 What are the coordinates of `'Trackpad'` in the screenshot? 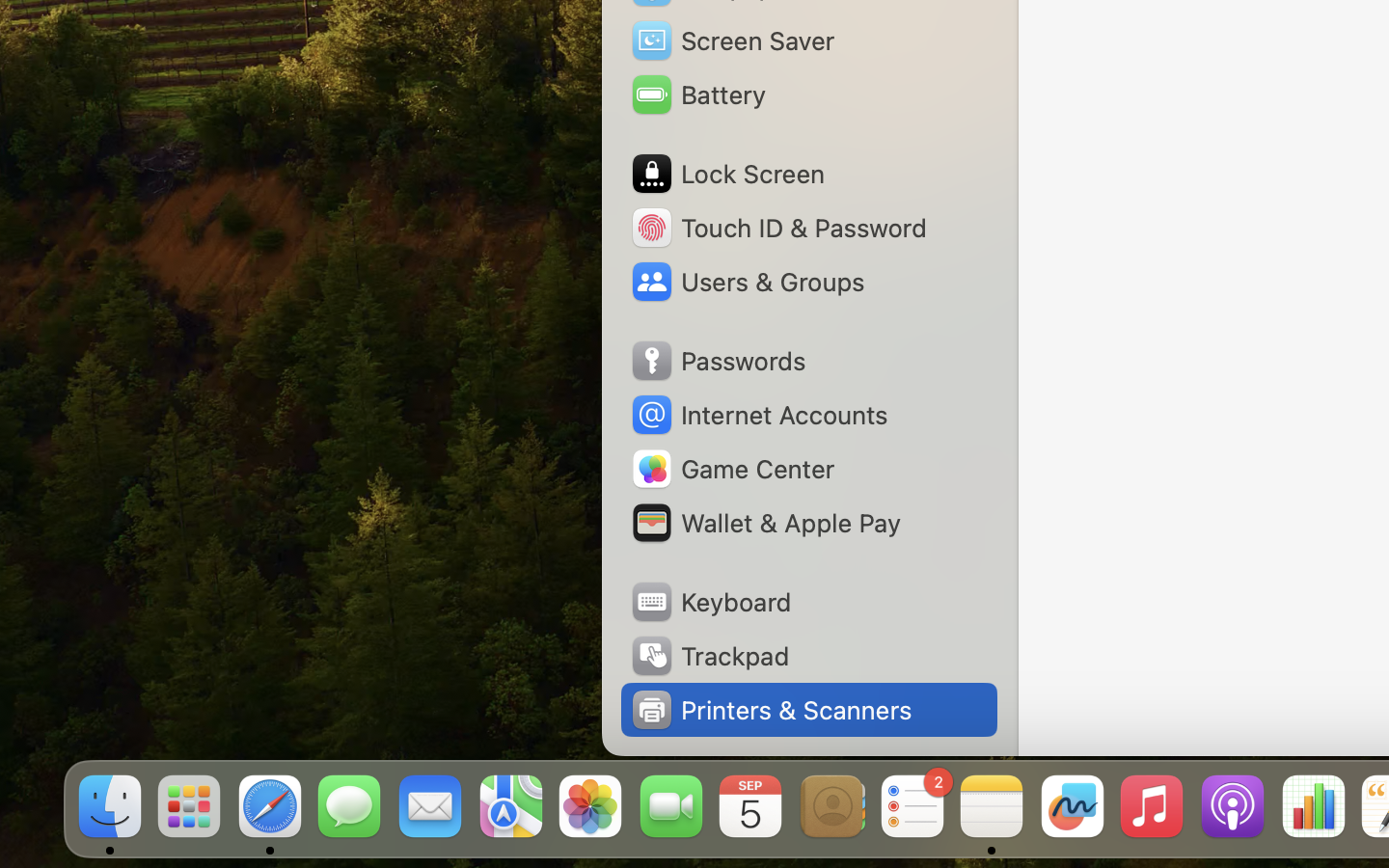 It's located at (707, 655).